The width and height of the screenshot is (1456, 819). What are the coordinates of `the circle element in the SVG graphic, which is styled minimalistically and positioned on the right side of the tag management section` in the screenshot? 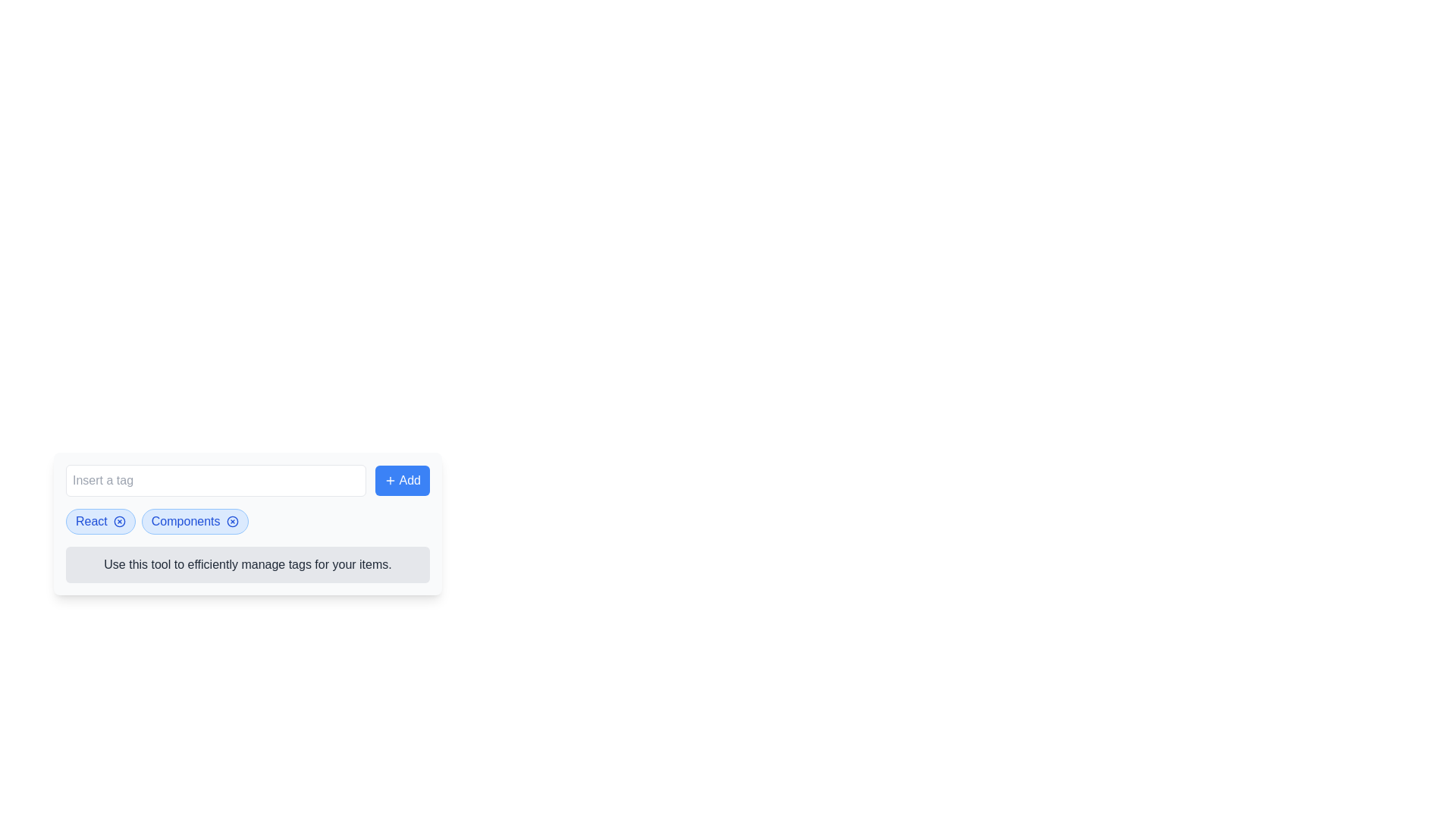 It's located at (118, 520).